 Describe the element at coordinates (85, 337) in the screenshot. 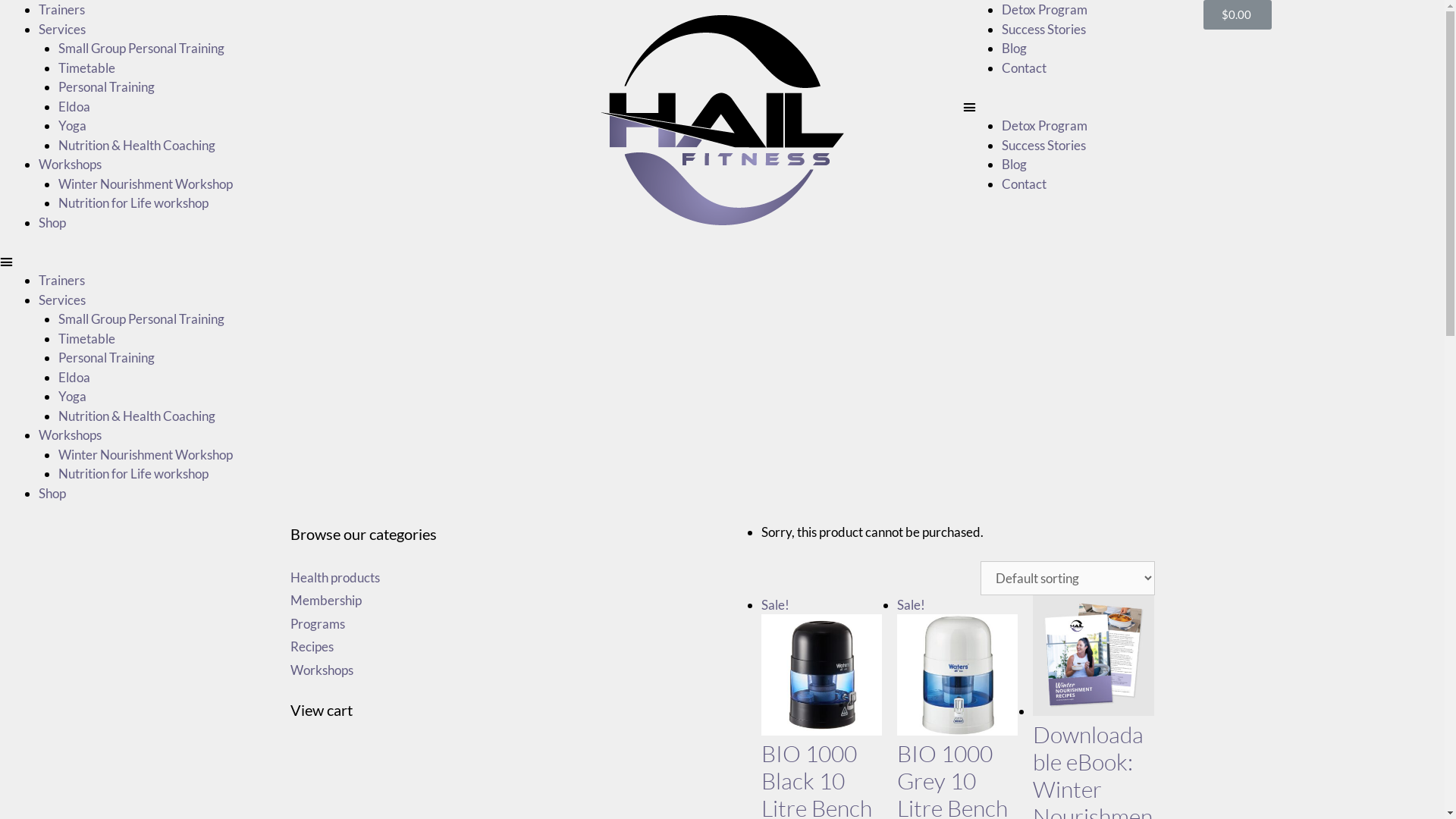

I see `'Timetable'` at that location.